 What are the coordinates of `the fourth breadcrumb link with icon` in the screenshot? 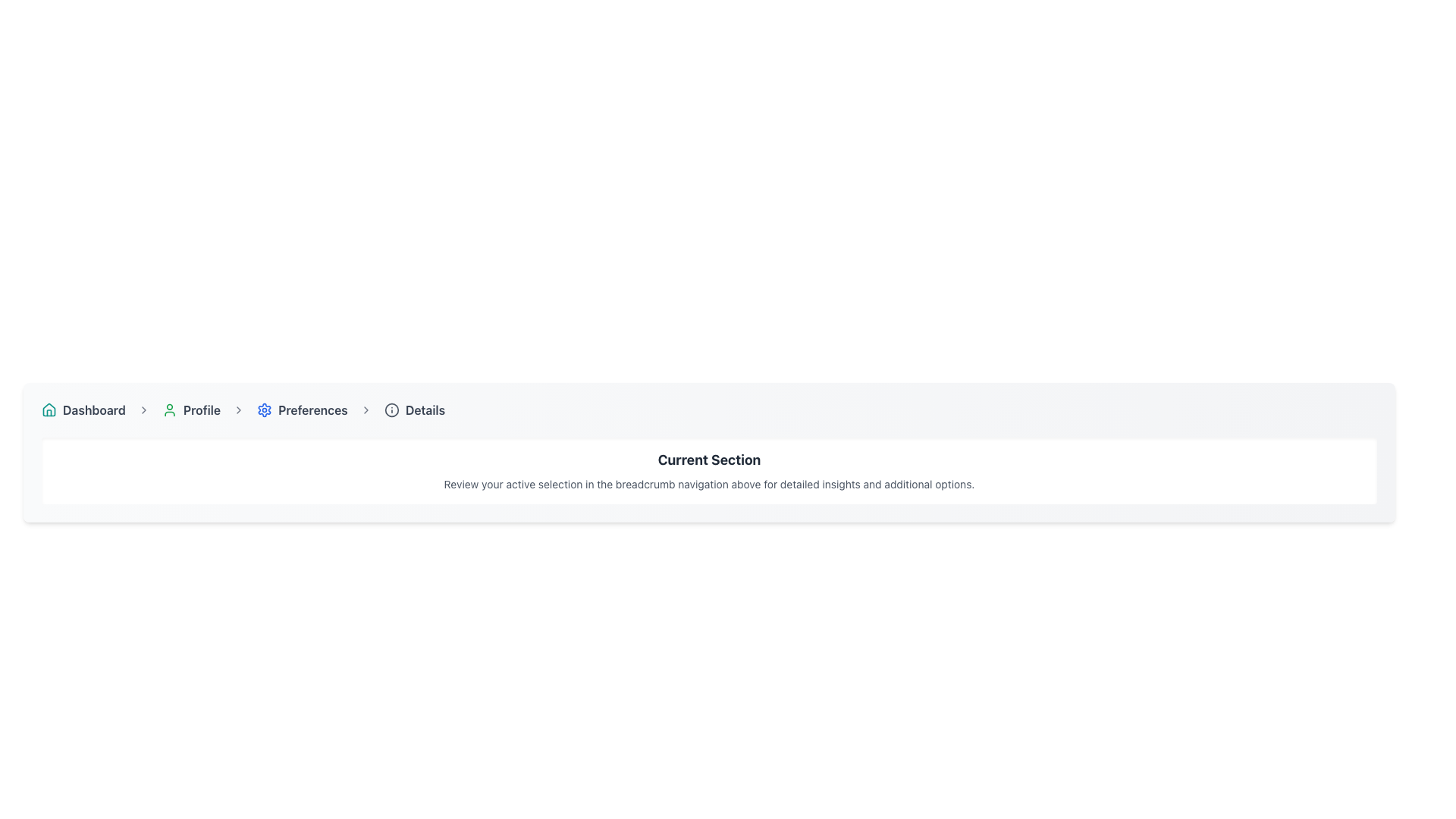 It's located at (415, 409).